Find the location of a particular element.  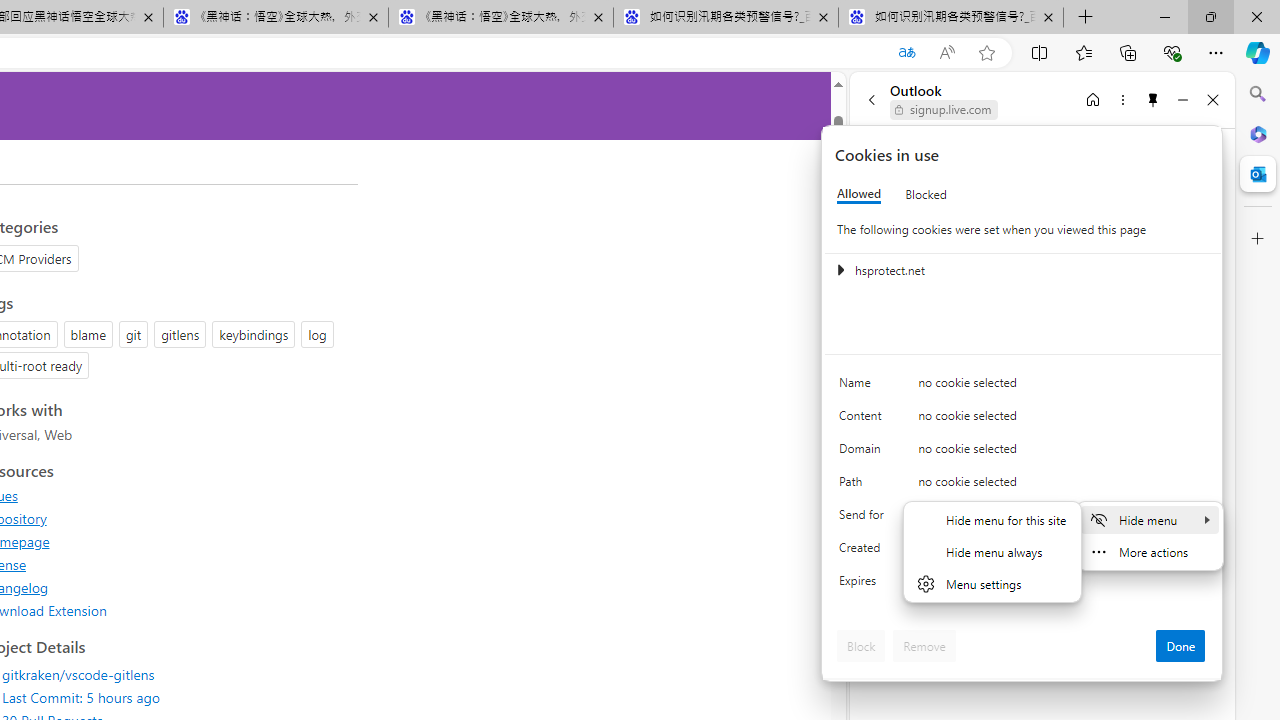

'Send for' is located at coordinates (865, 518).